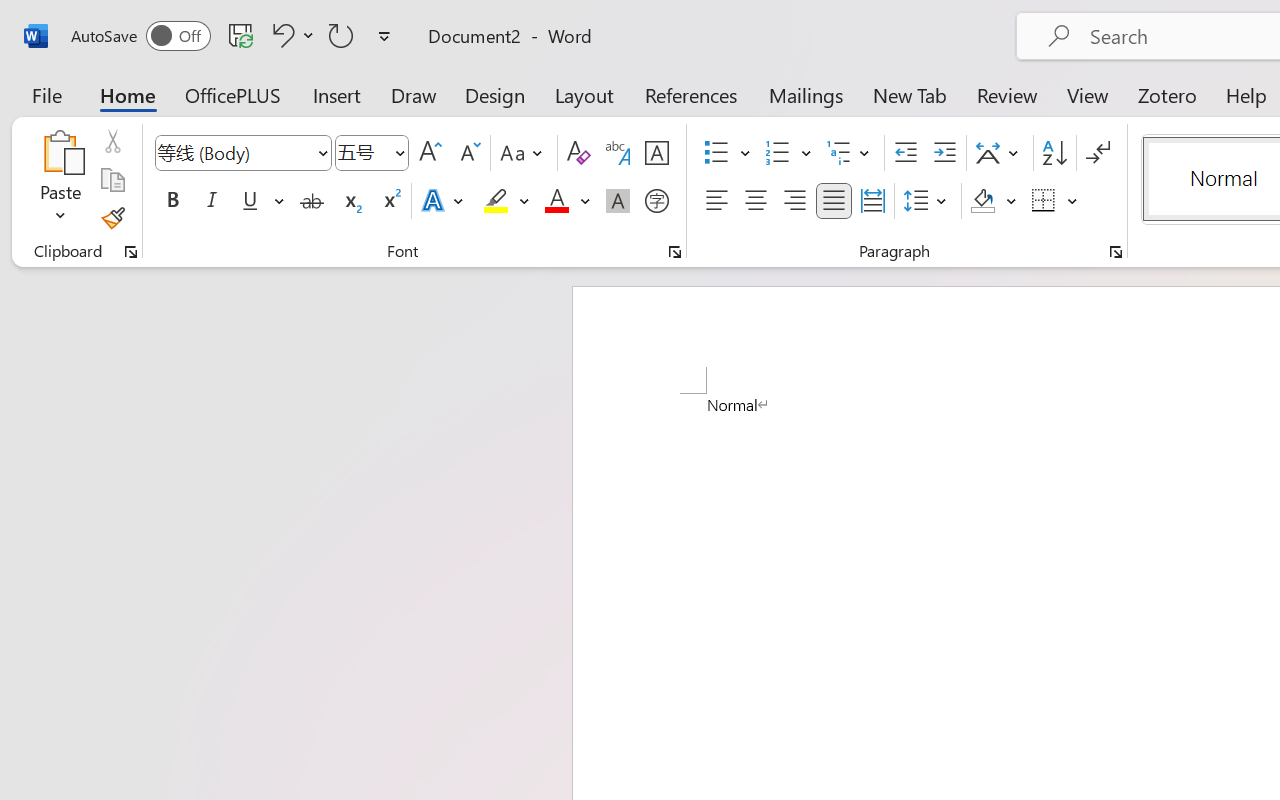 This screenshot has width=1280, height=800. What do you see at coordinates (311, 201) in the screenshot?
I see `'Strikethrough'` at bounding box center [311, 201].